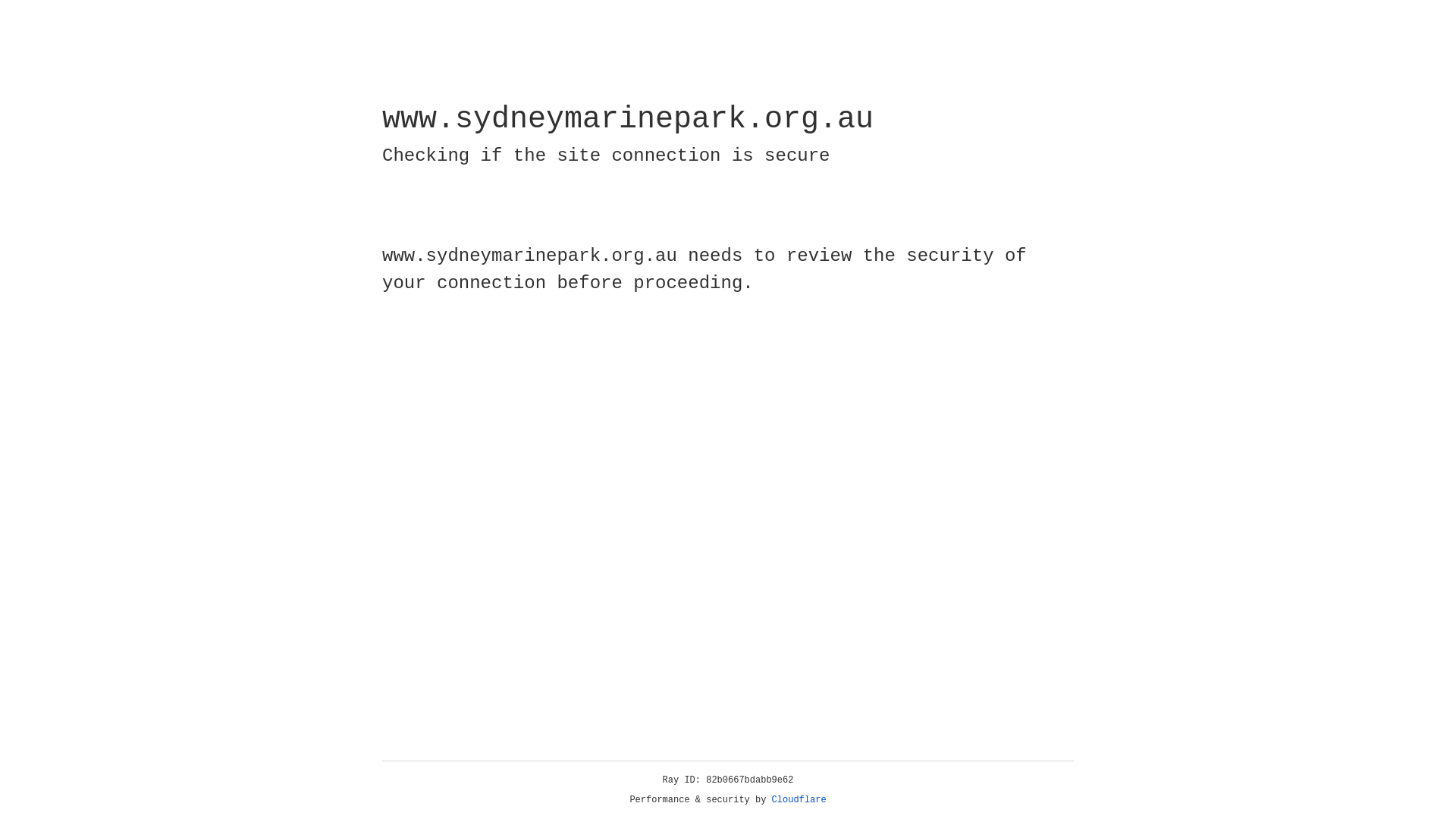  I want to click on 'Cloudflare', so click(799, 799).